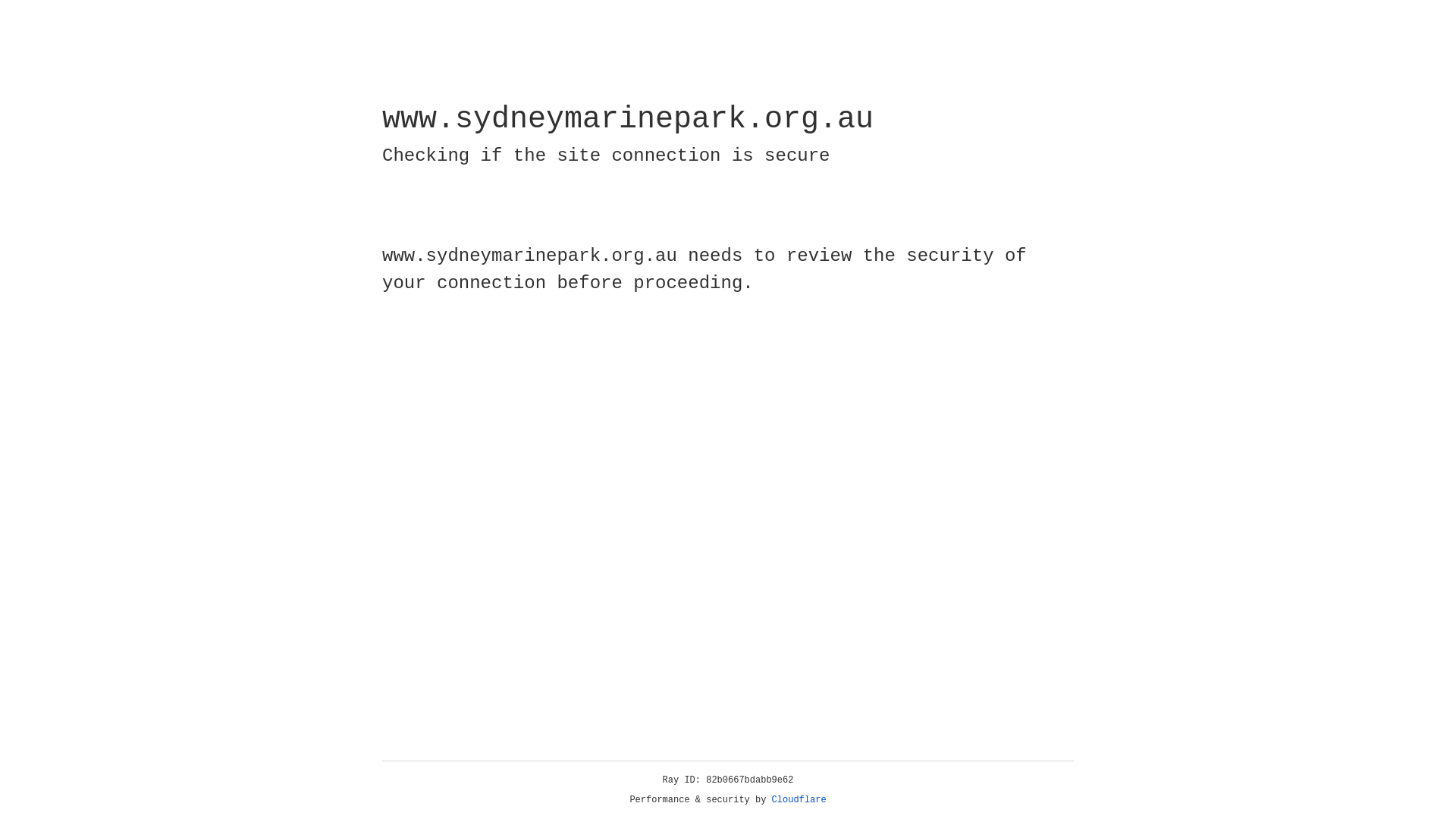  I want to click on 'Cloudflare', so click(799, 799).